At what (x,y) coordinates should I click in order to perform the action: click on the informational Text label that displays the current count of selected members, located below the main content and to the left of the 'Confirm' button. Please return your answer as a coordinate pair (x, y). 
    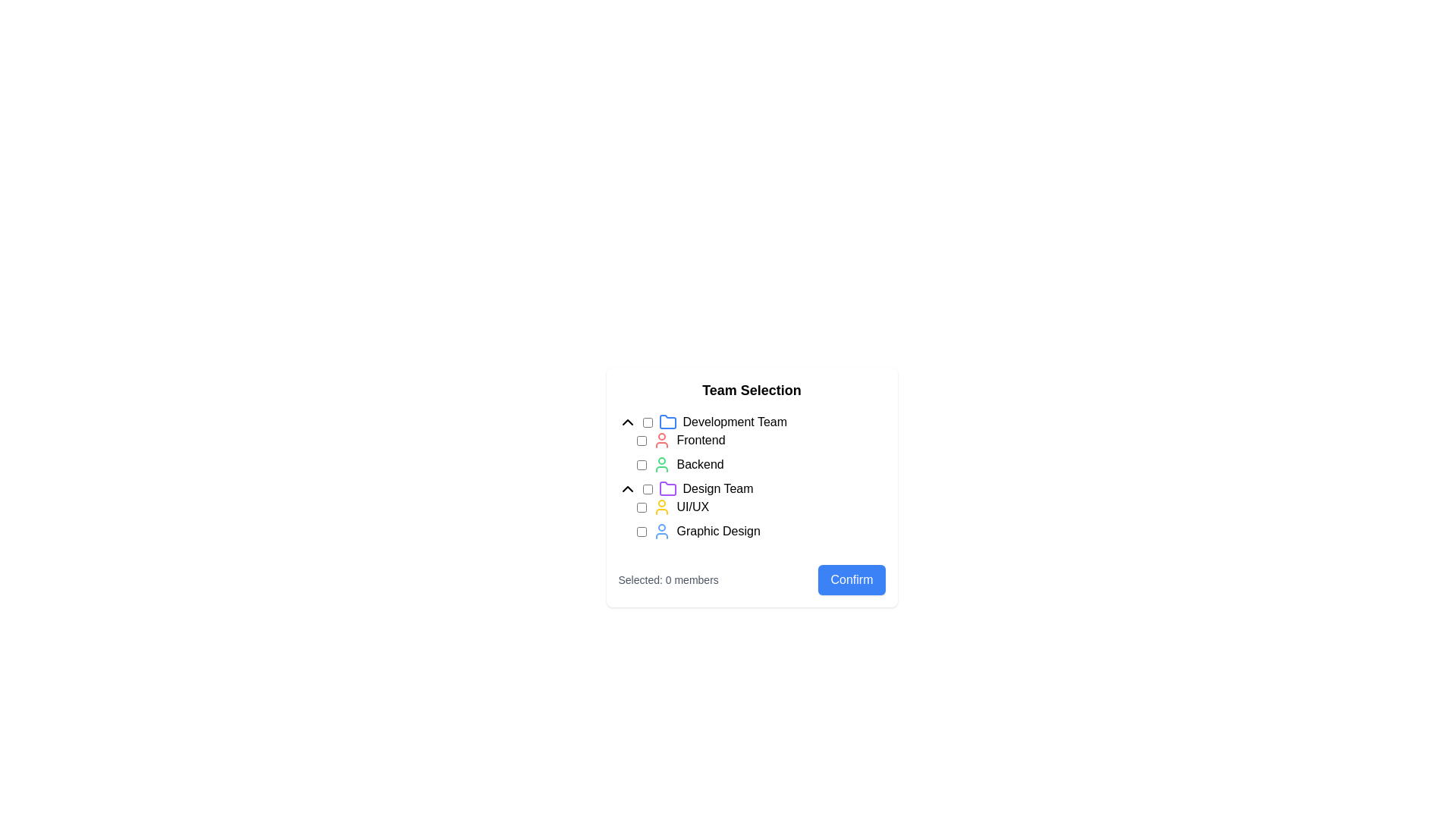
    Looking at the image, I should click on (667, 579).